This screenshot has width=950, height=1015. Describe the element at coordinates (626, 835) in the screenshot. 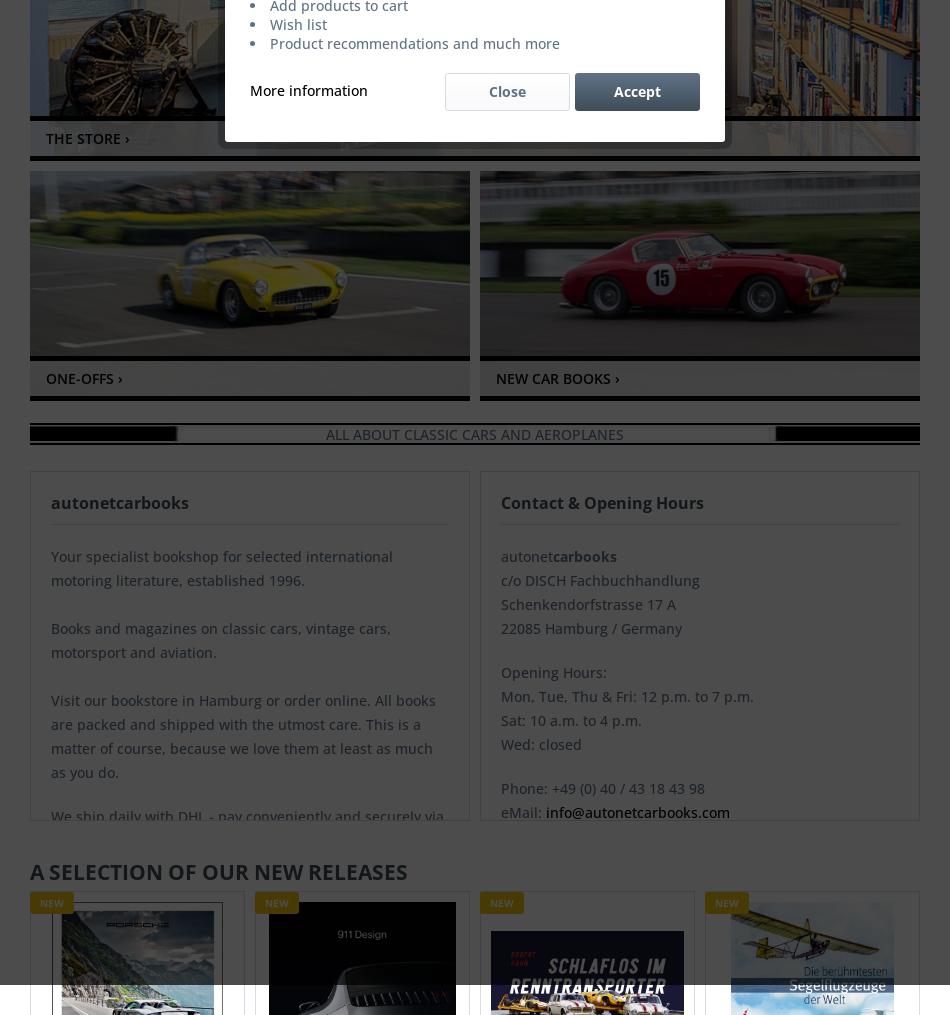

I see `'Parking: directly in front of the door'` at that location.